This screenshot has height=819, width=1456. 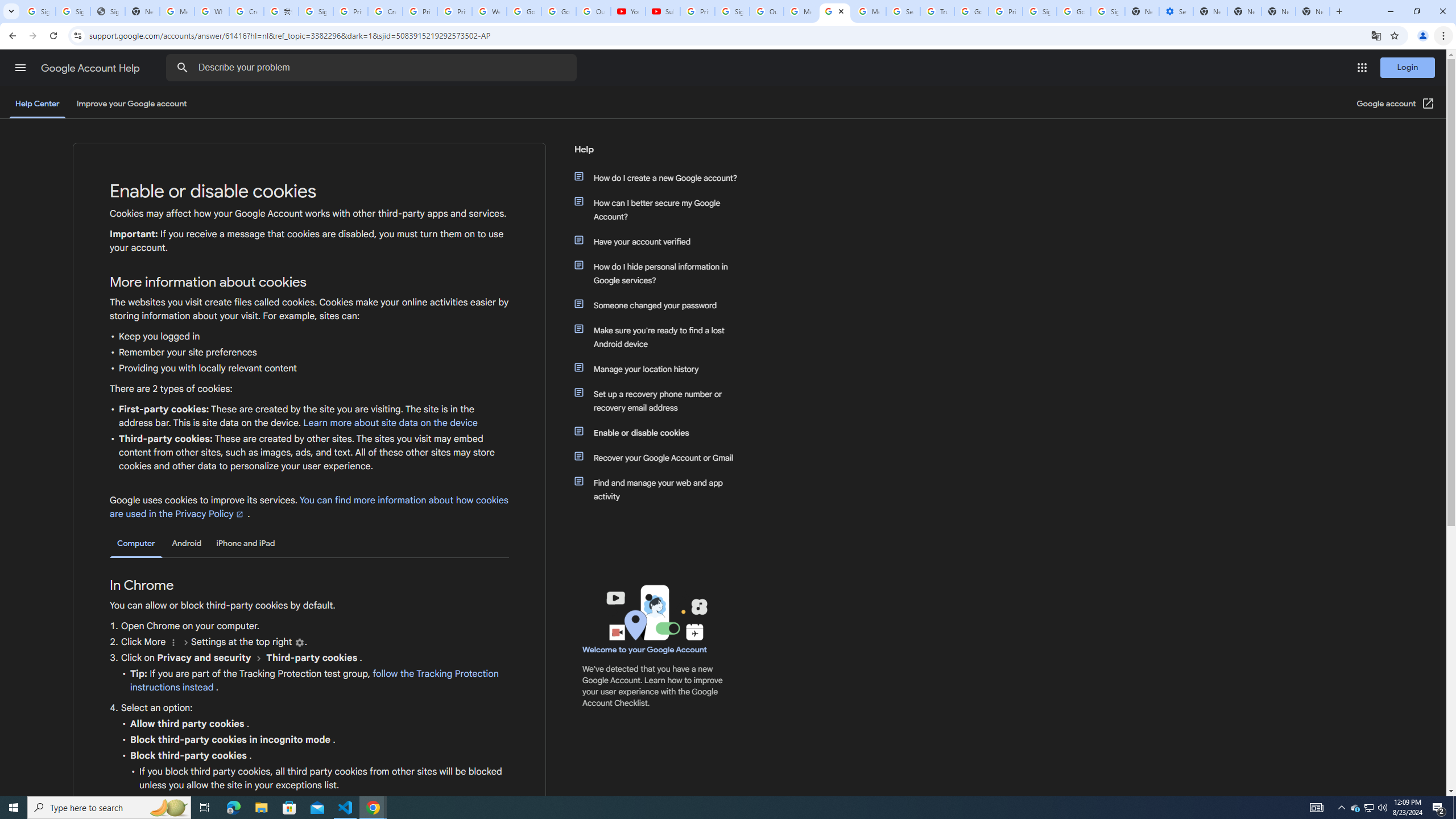 I want to click on 'More', so click(x=172, y=642).